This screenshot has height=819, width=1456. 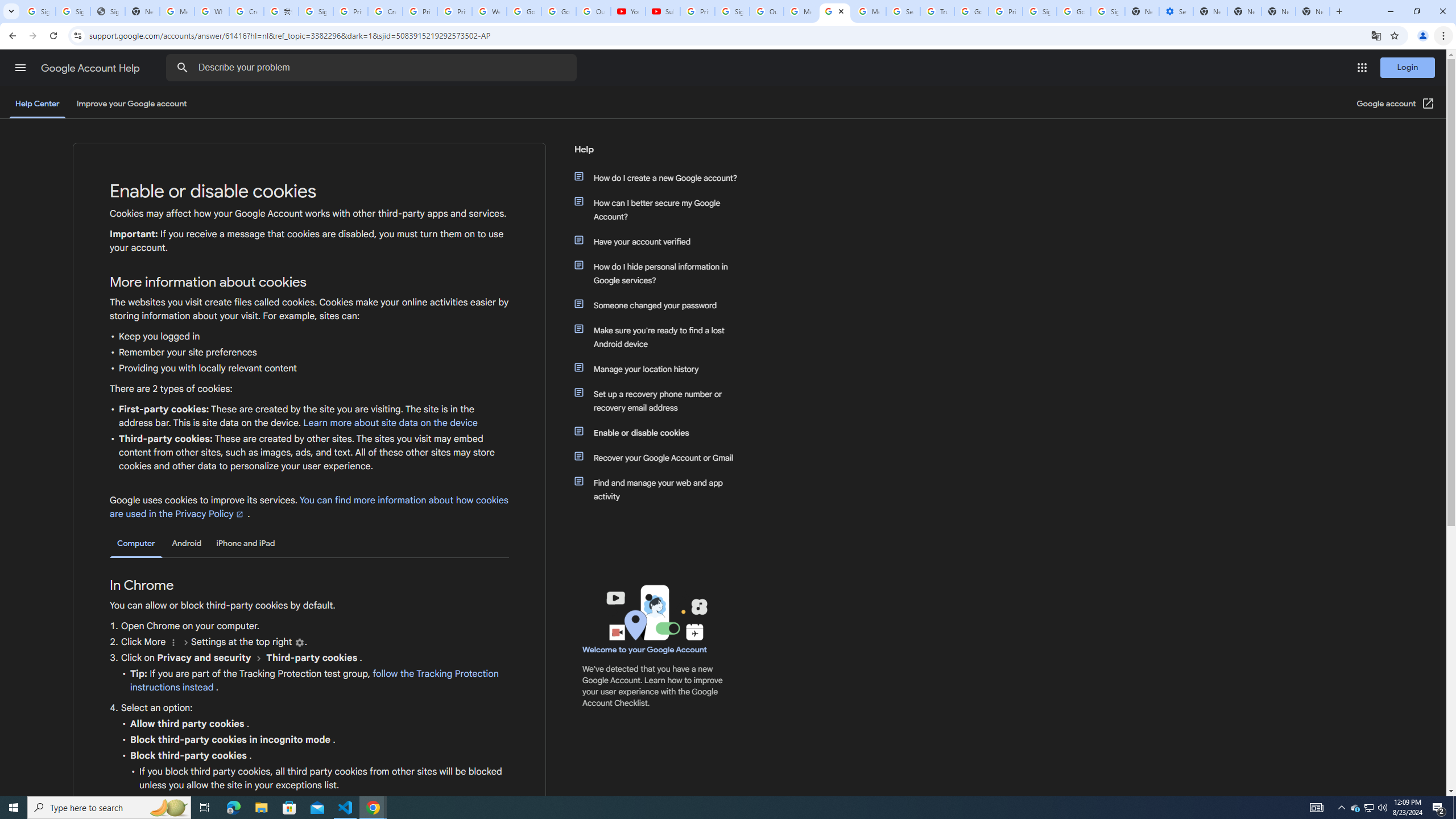 I want to click on 'More', so click(x=172, y=642).